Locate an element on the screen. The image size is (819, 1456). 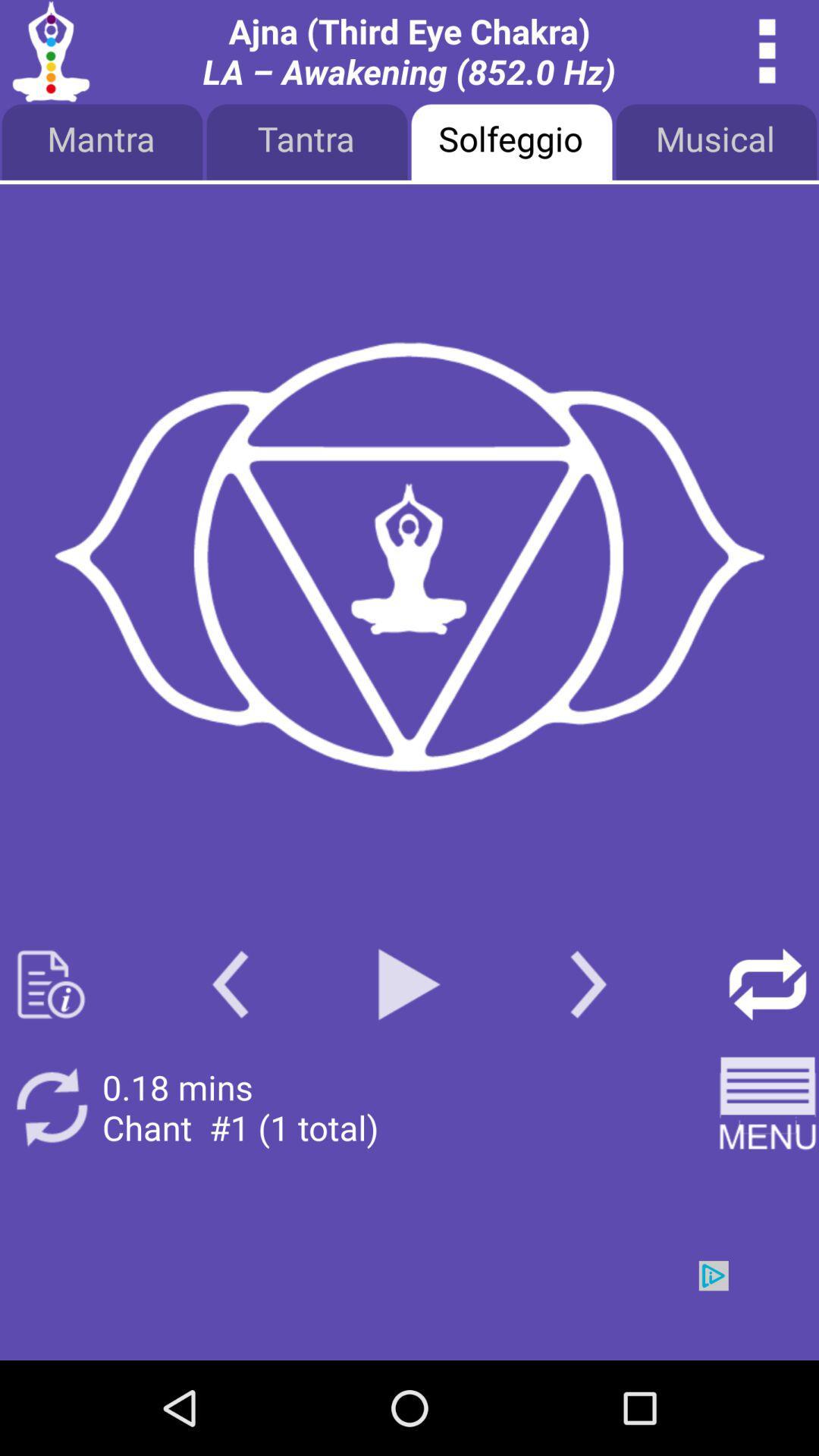
menu page is located at coordinates (767, 1107).